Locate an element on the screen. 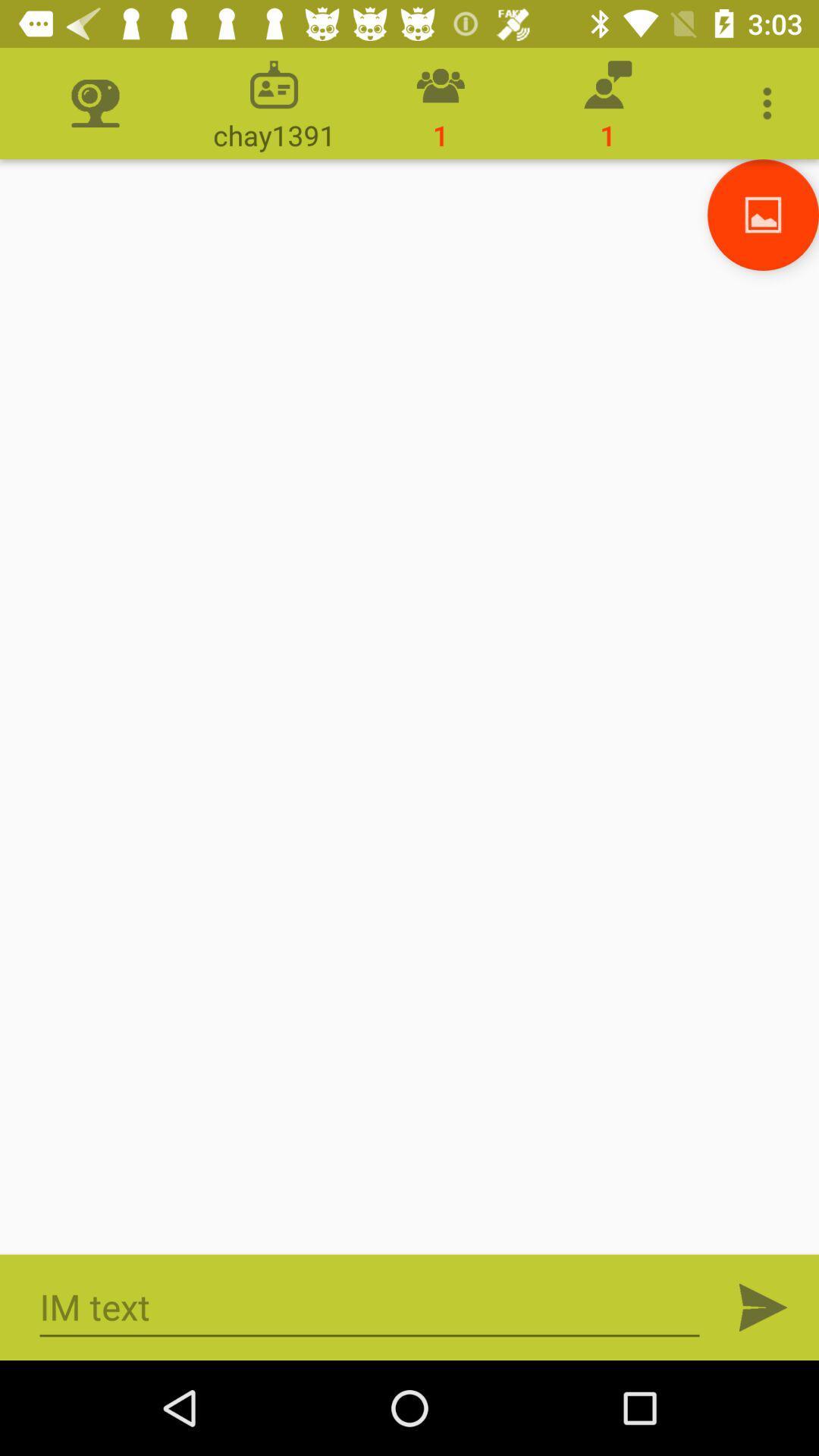 The height and width of the screenshot is (1456, 819). the wallpaper icon is located at coordinates (763, 214).